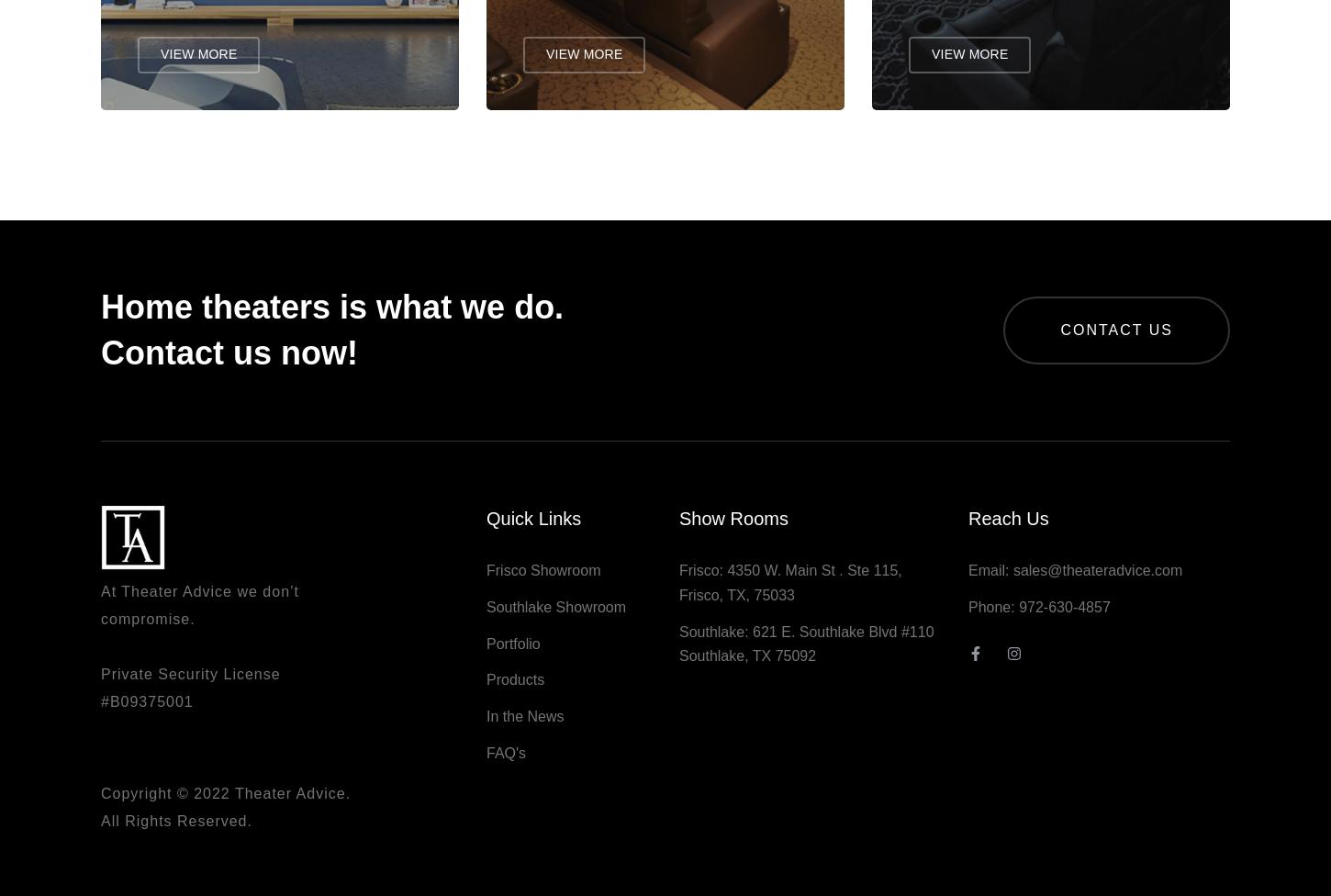  What do you see at coordinates (733, 527) in the screenshot?
I see `'Show Rooms'` at bounding box center [733, 527].